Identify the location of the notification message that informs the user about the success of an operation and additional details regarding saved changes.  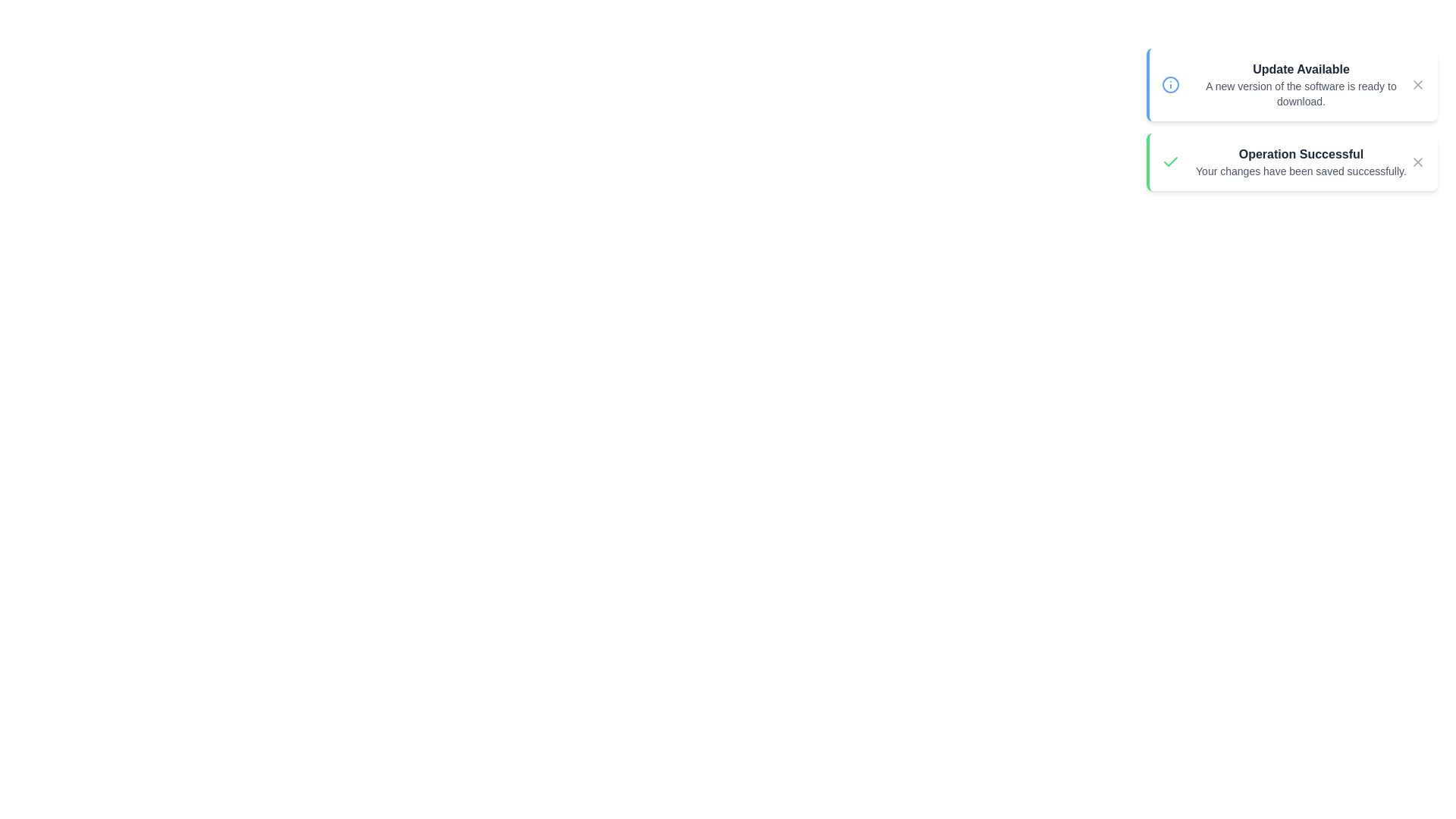
(1301, 162).